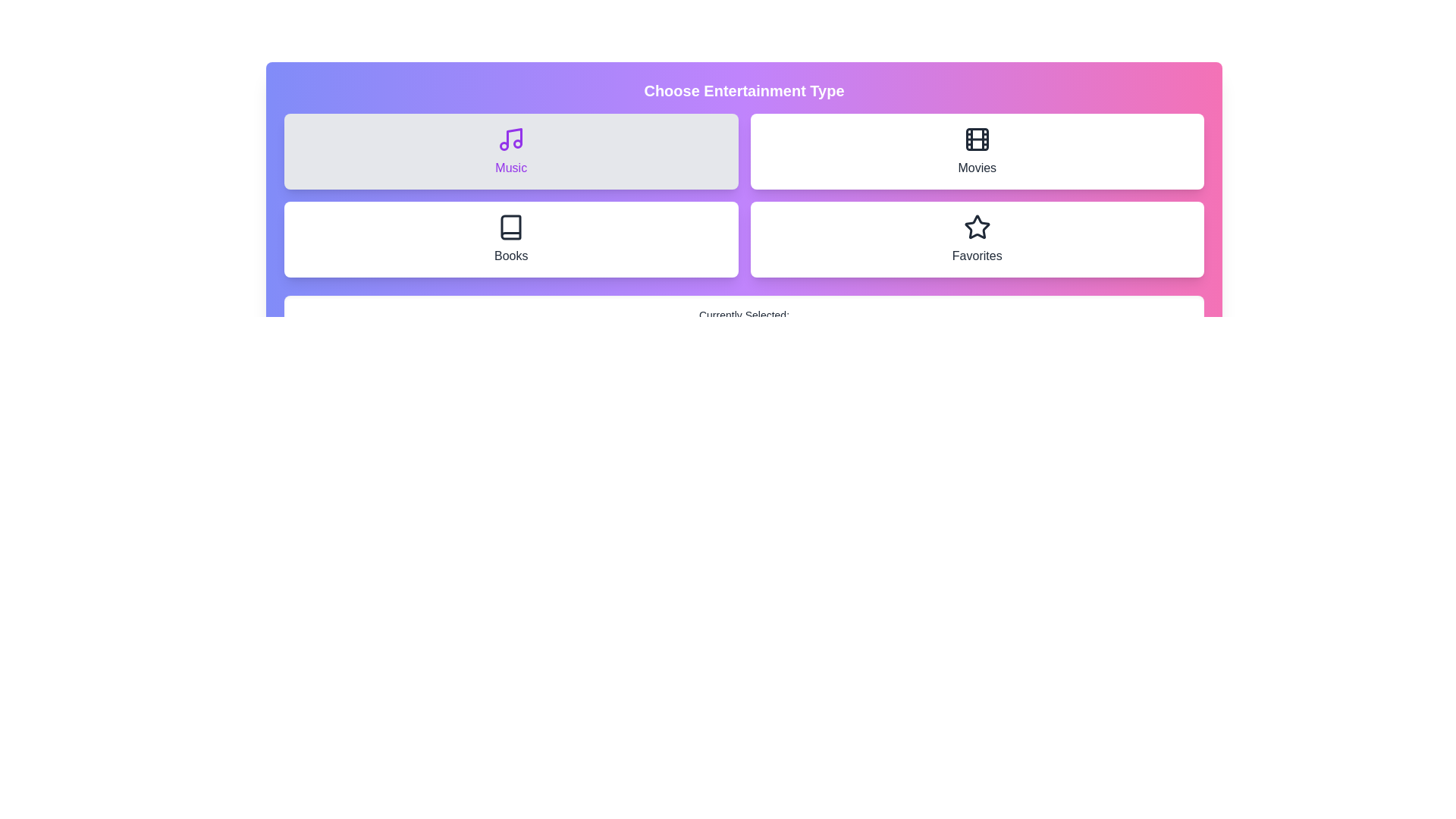 The width and height of the screenshot is (1456, 819). Describe the element at coordinates (511, 152) in the screenshot. I see `the entertainment type by clicking on the button labeled Music` at that location.